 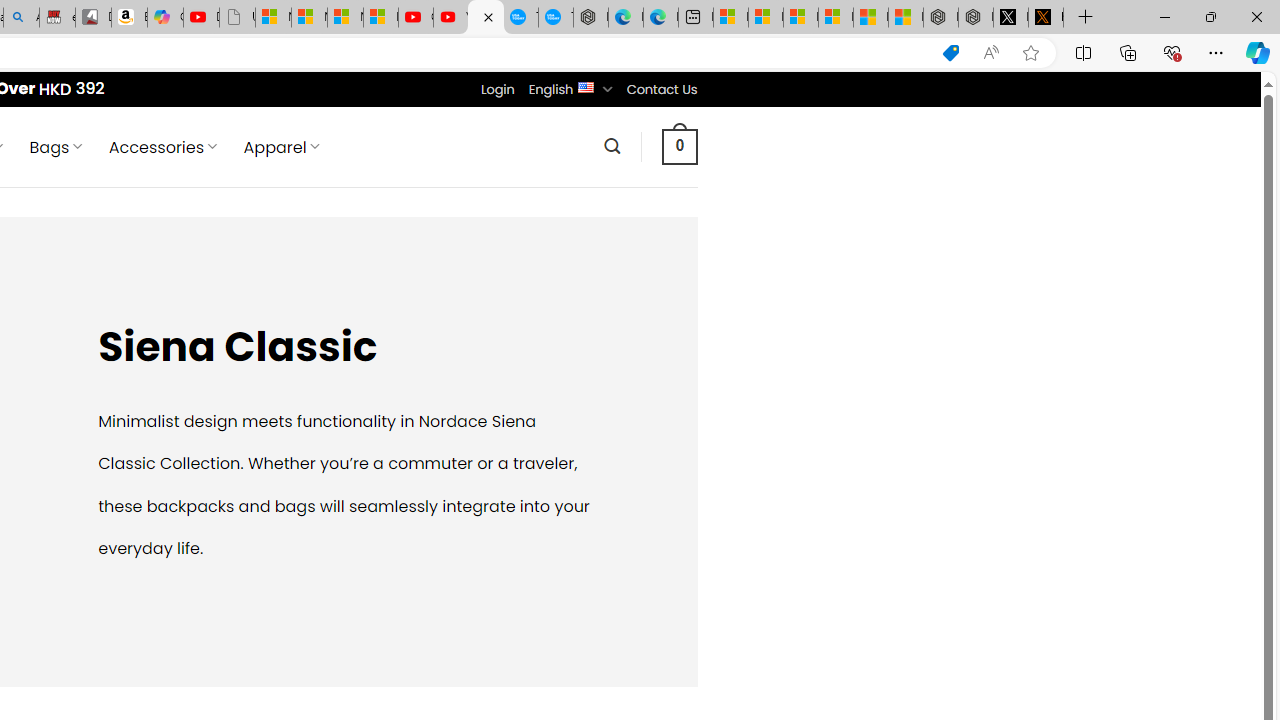 What do you see at coordinates (835, 17) in the screenshot?
I see `'Microsoft account | Privacy'` at bounding box center [835, 17].